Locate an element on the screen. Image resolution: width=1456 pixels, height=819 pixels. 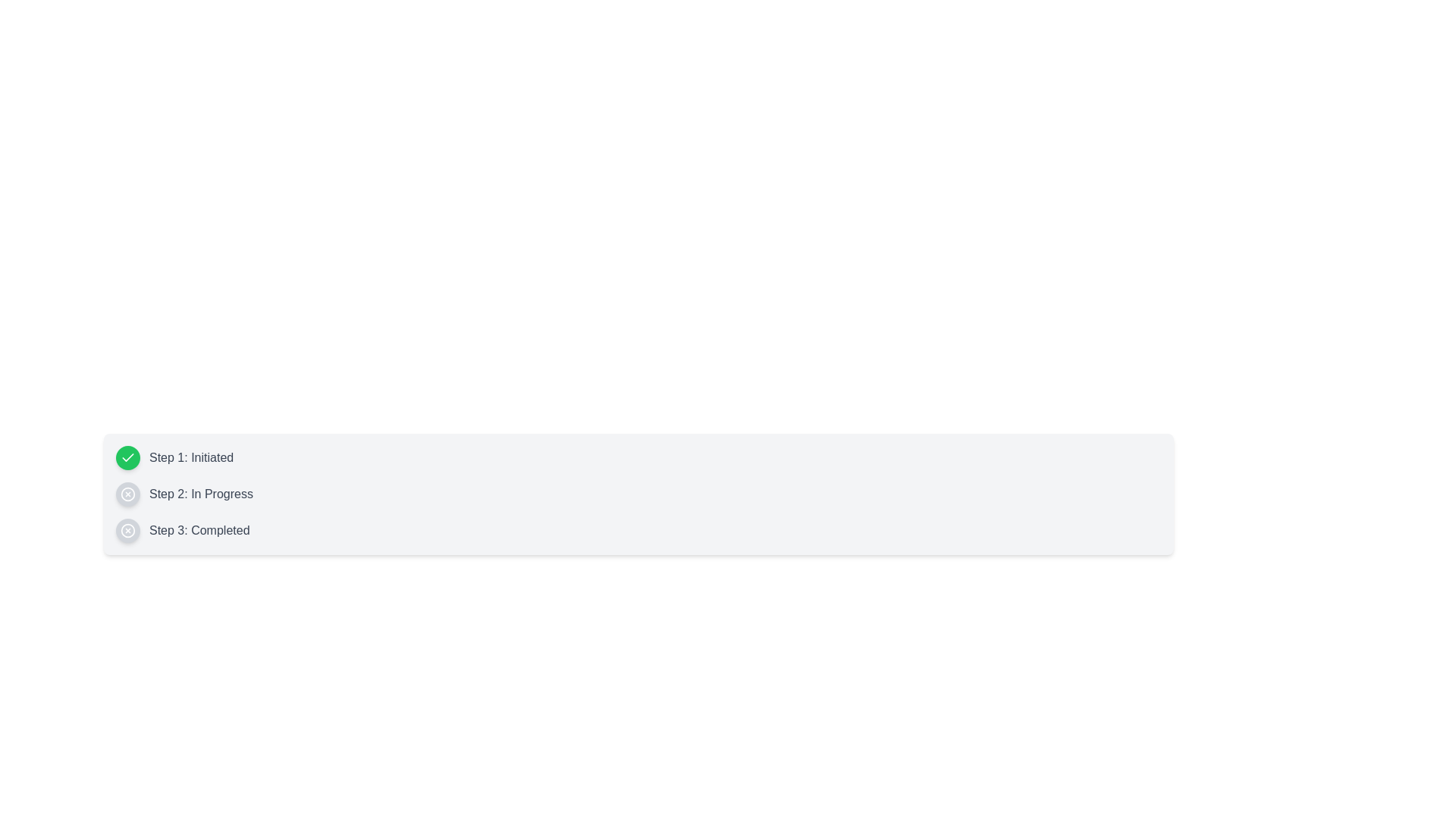
the rounded green button with a white checkmark icon, positioned to the left of the text 'Step 1: Initiated' is located at coordinates (127, 457).